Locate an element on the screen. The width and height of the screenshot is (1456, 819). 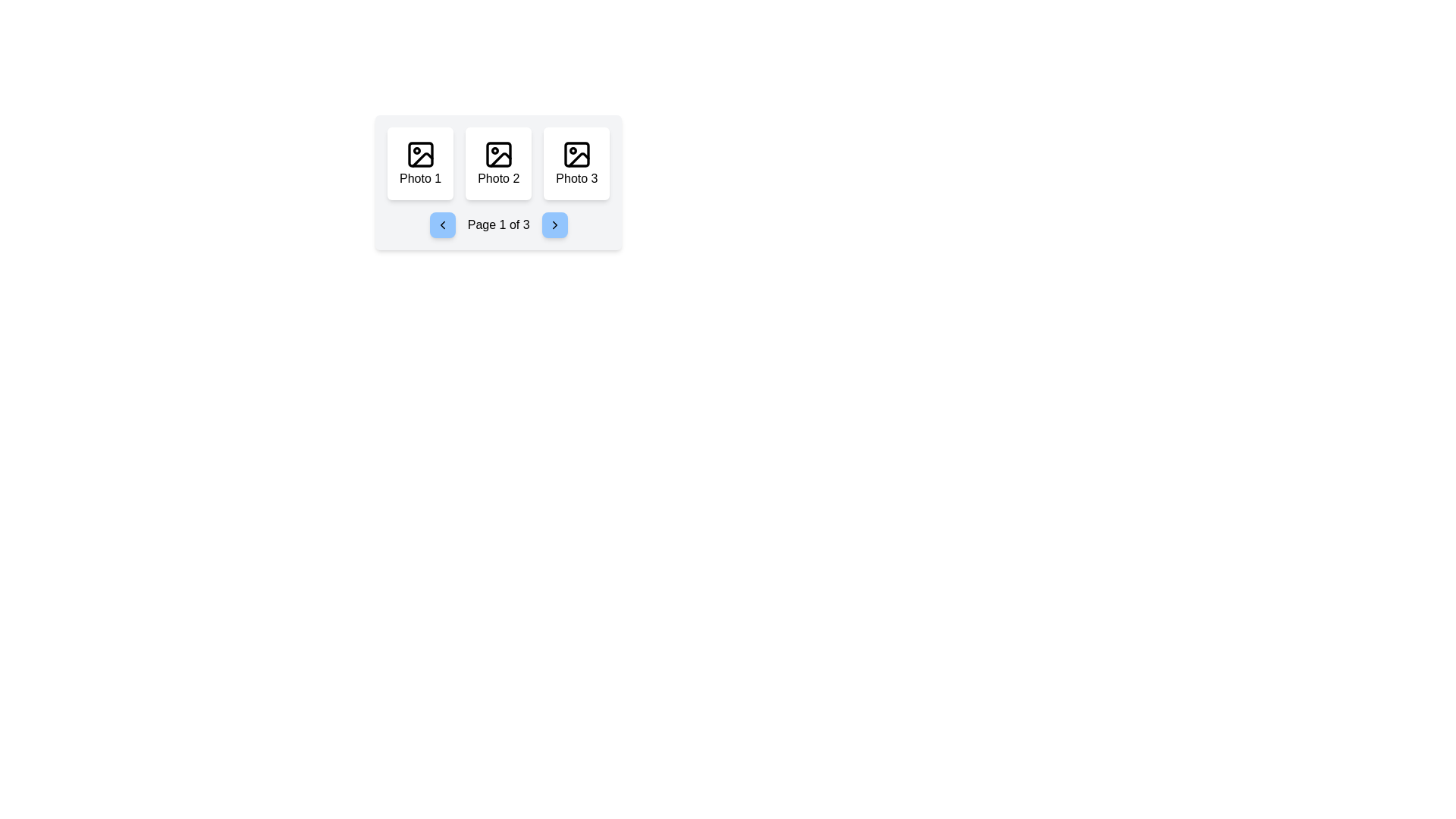
the first card in a horizontal group of three, which contains an image icon and the text 'Photo 1' is located at coordinates (420, 164).